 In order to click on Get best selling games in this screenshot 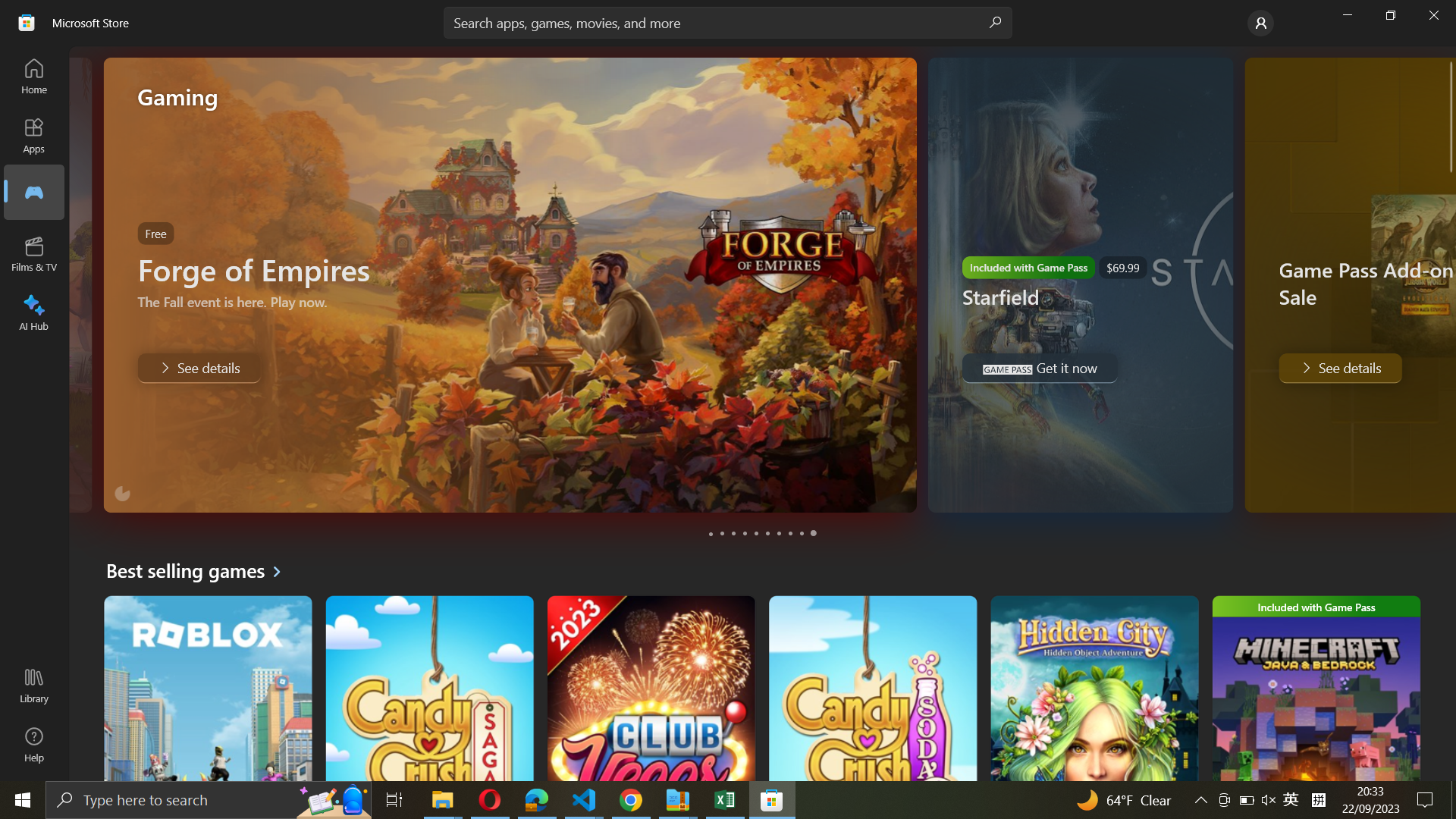, I will do `click(199, 570)`.